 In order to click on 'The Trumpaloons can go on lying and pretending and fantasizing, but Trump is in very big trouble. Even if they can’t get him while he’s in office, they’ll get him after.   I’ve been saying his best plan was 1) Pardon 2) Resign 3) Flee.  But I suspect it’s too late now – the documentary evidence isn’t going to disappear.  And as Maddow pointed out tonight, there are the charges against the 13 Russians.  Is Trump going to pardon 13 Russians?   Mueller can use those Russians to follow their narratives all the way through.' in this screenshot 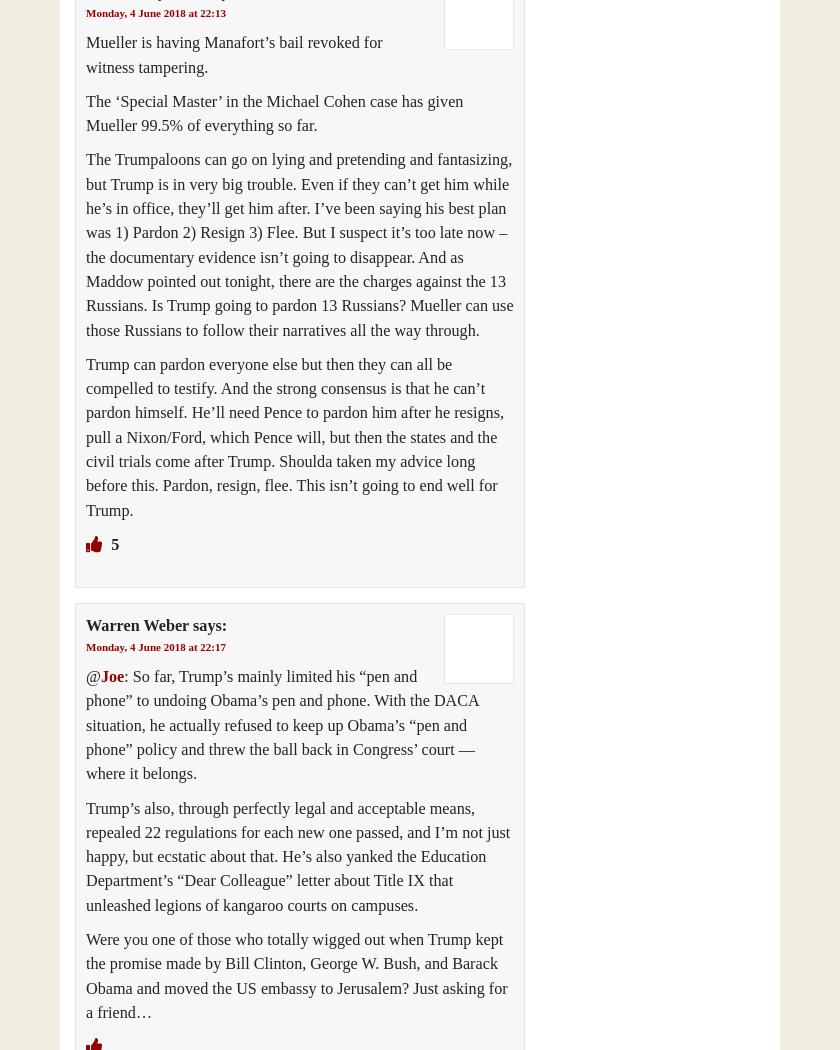, I will do `click(86, 244)`.